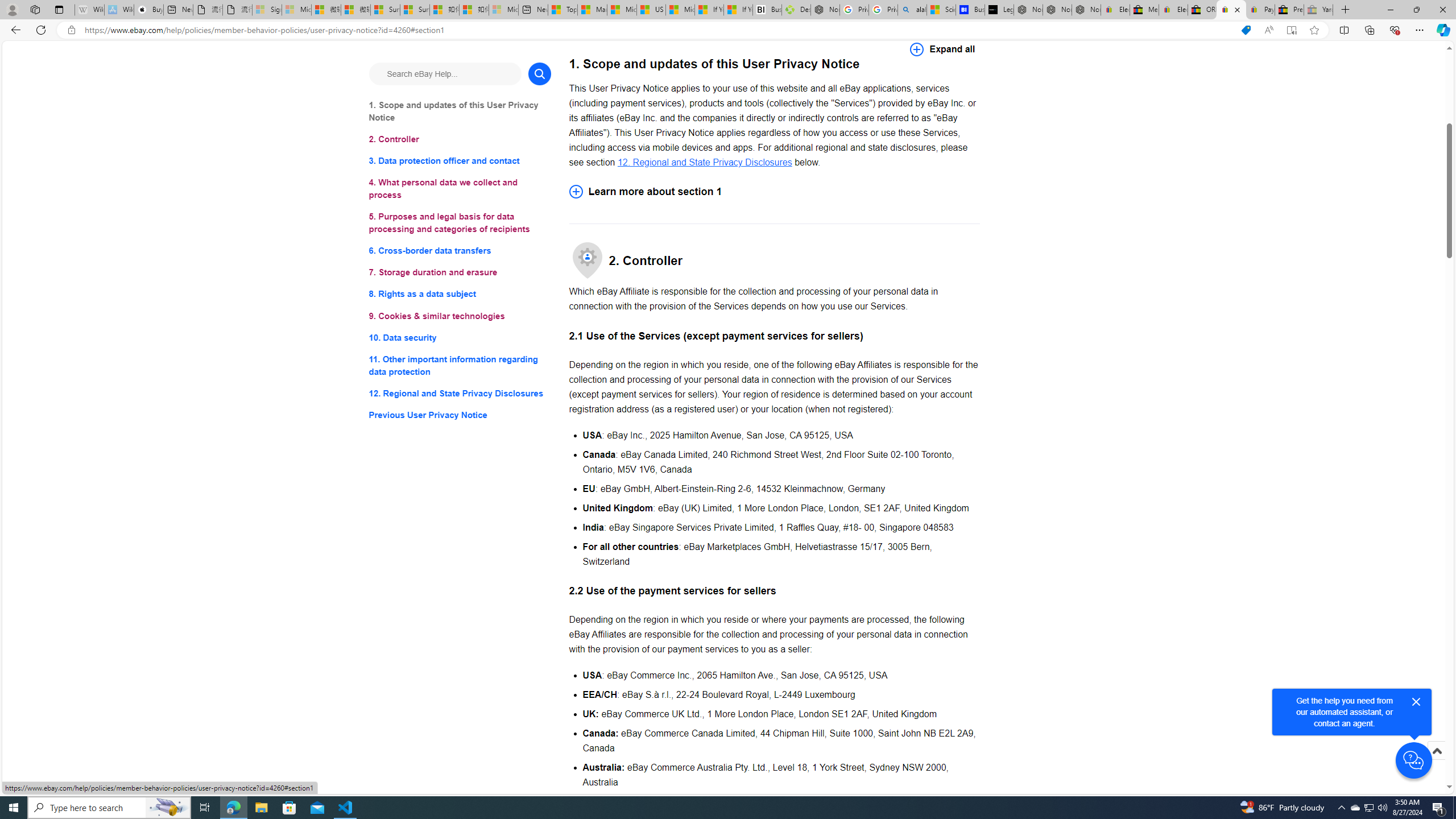 This screenshot has height=819, width=1456. What do you see at coordinates (459, 161) in the screenshot?
I see `'3. Data protection officer and contact'` at bounding box center [459, 161].